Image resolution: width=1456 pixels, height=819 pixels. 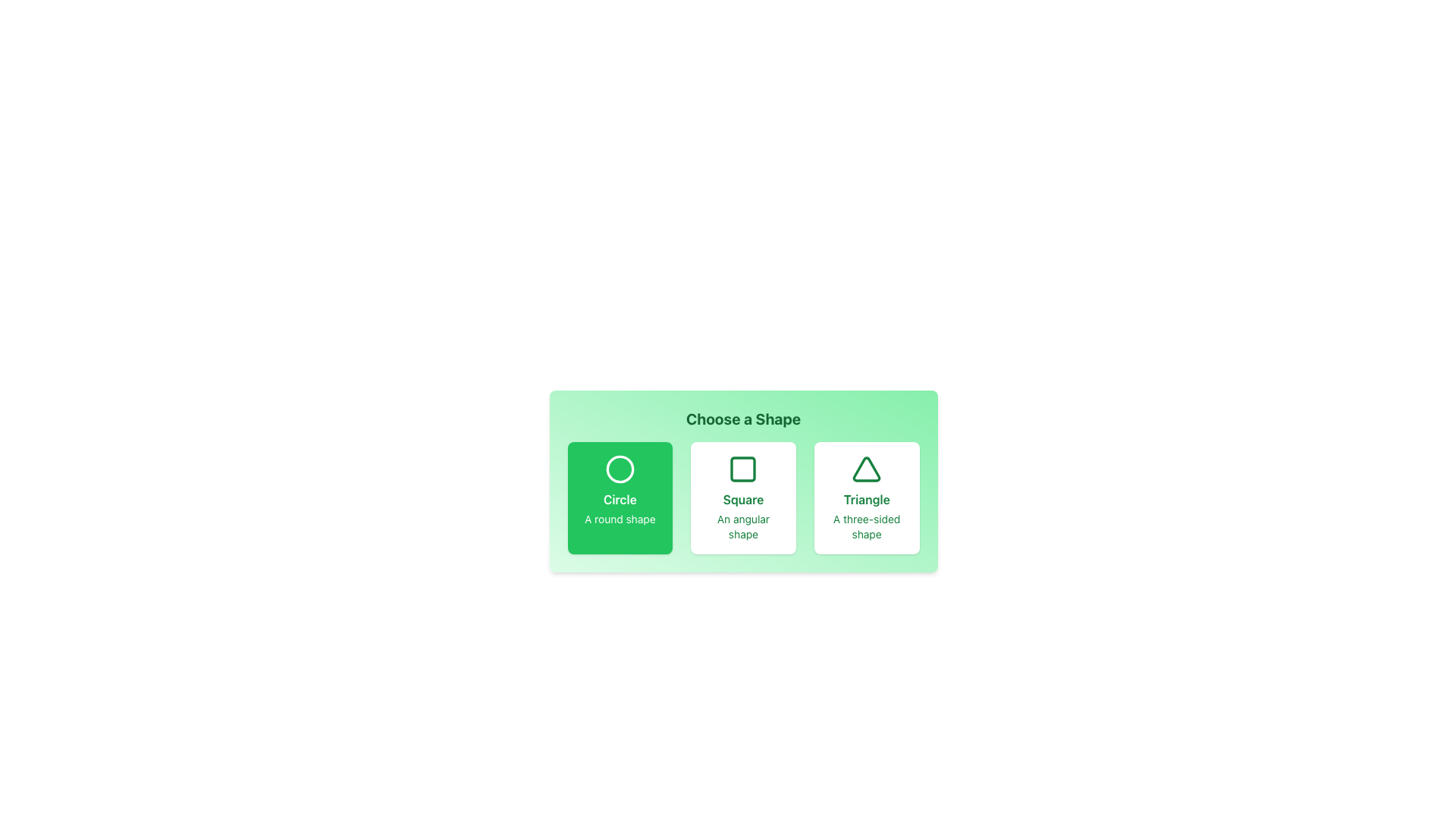 What do you see at coordinates (867, 468) in the screenshot?
I see `the SVG Icon representing a triangle, which is outlined with a green stroke and located inside the labeled box 'Triangle'` at bounding box center [867, 468].